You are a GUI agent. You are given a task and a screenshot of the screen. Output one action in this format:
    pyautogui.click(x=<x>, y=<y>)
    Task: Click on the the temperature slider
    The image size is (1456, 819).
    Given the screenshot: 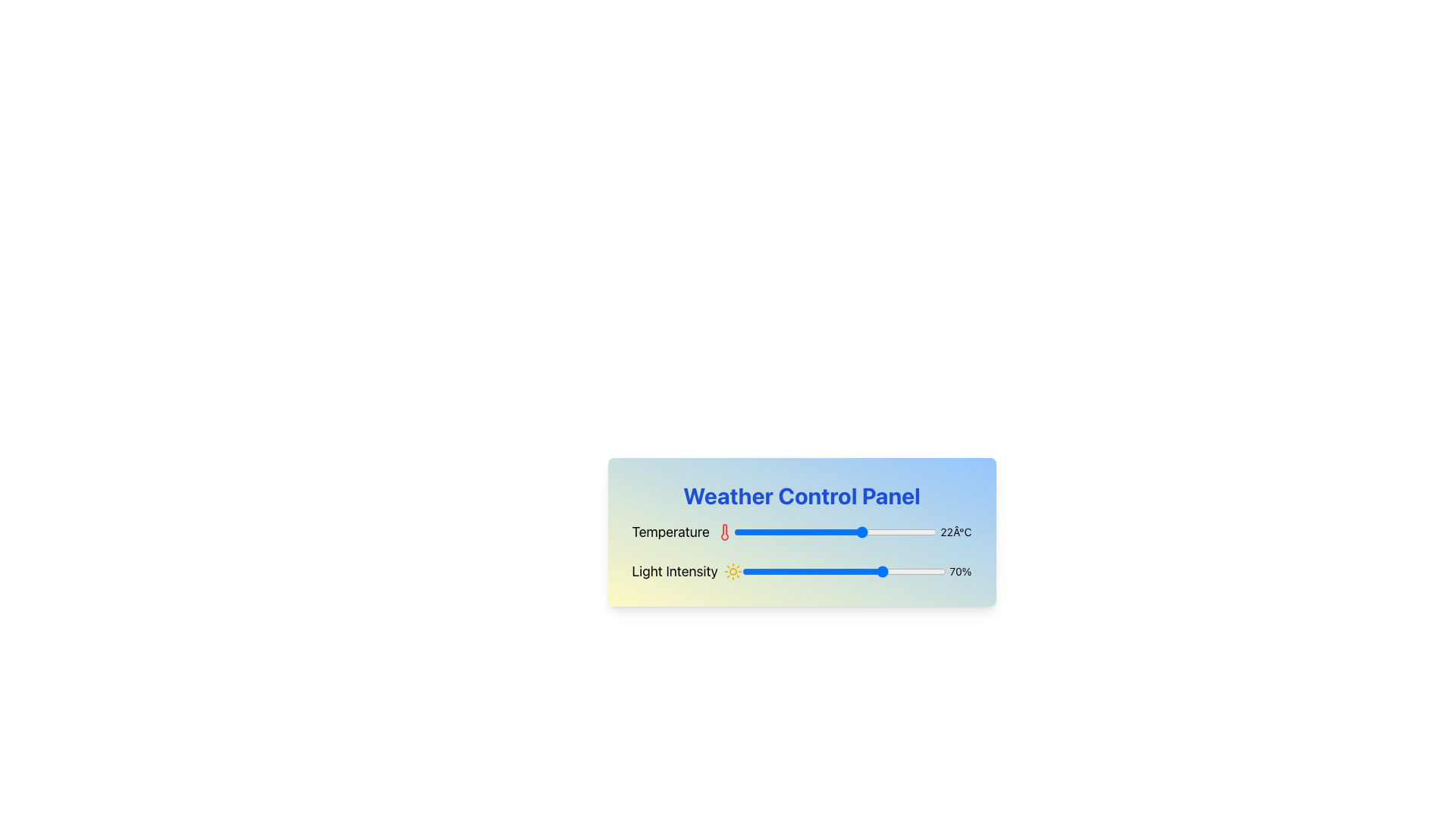 What is the action you would take?
    pyautogui.click(x=847, y=532)
    